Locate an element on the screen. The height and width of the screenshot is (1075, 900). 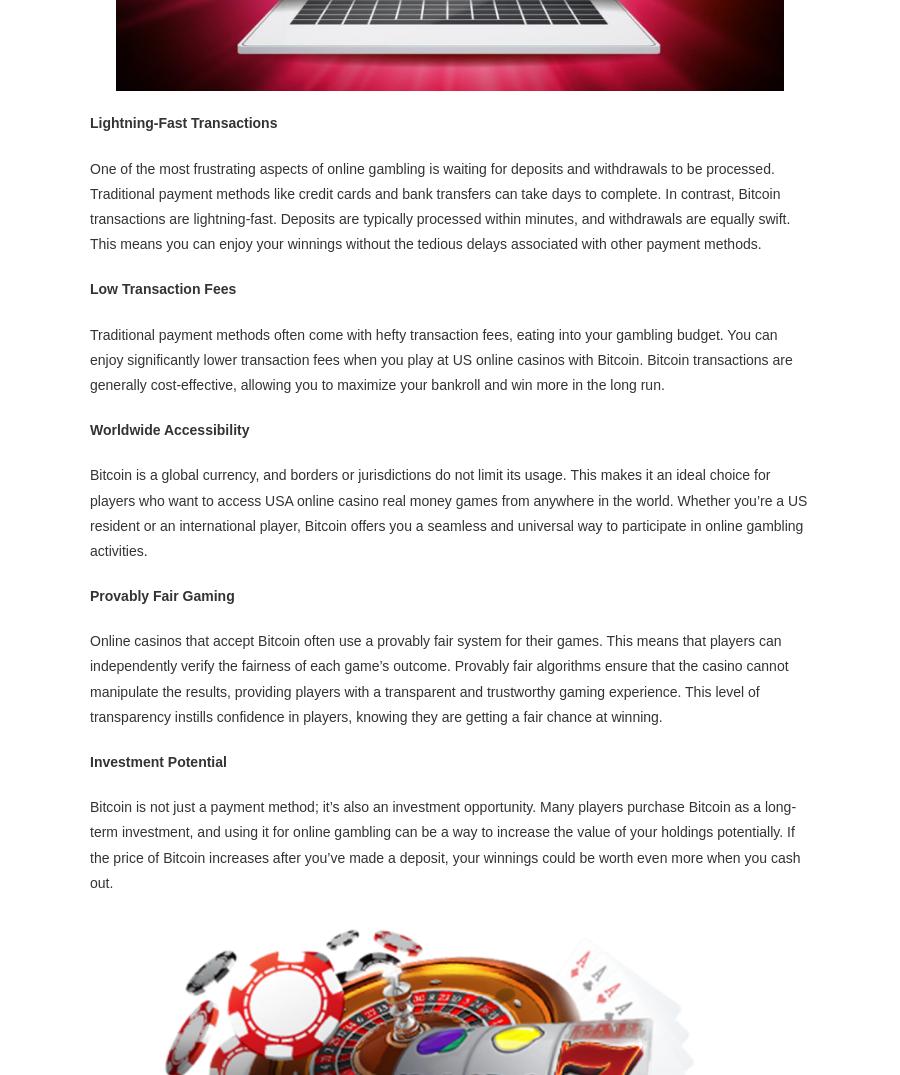
'Investment Potential' is located at coordinates (158, 760).